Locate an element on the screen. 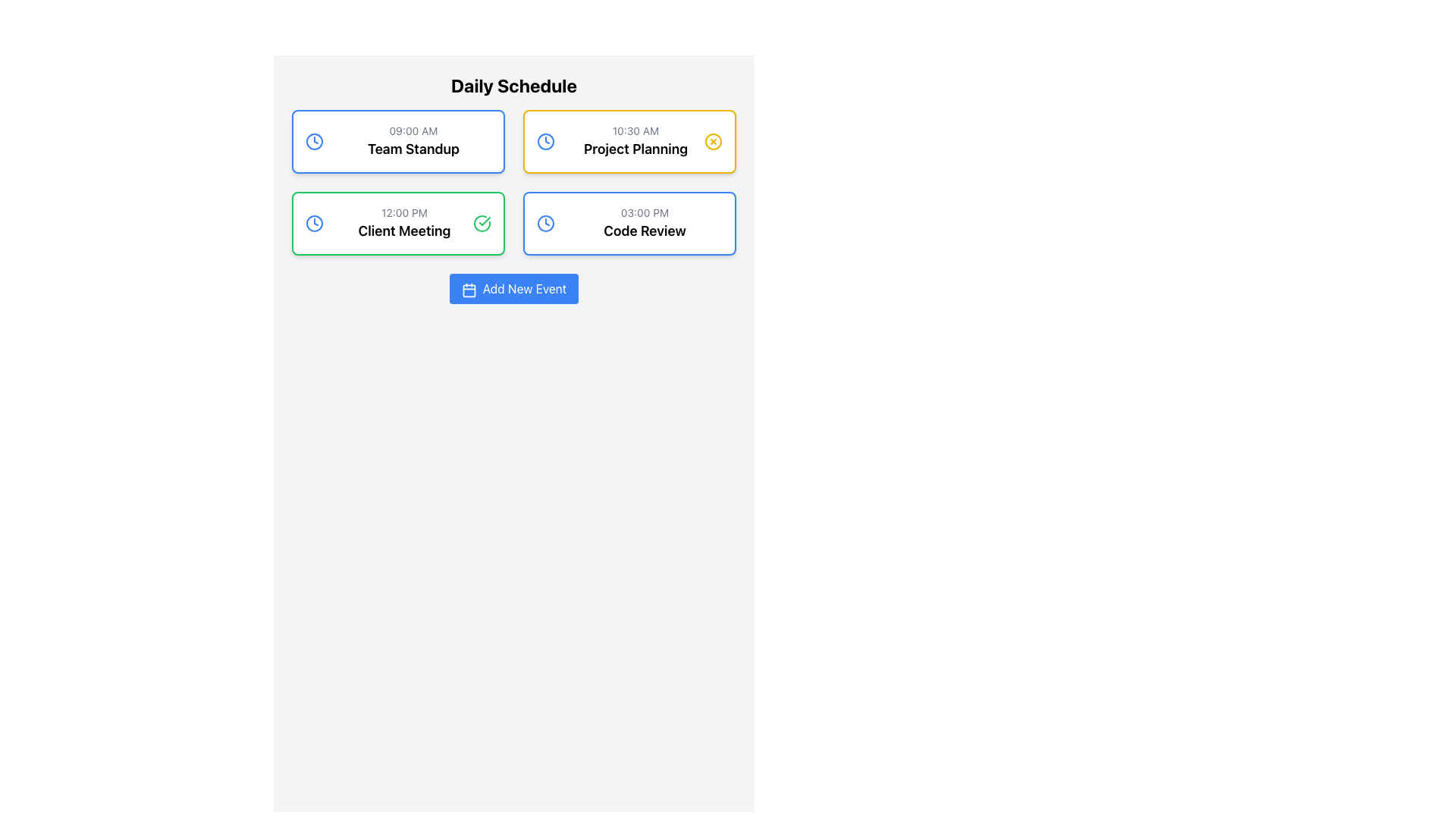  the yellow circle graphical icon with a thin outline and an 'X' shape, located near the top-right corner of the 'Project Planning' event box is located at coordinates (712, 141).